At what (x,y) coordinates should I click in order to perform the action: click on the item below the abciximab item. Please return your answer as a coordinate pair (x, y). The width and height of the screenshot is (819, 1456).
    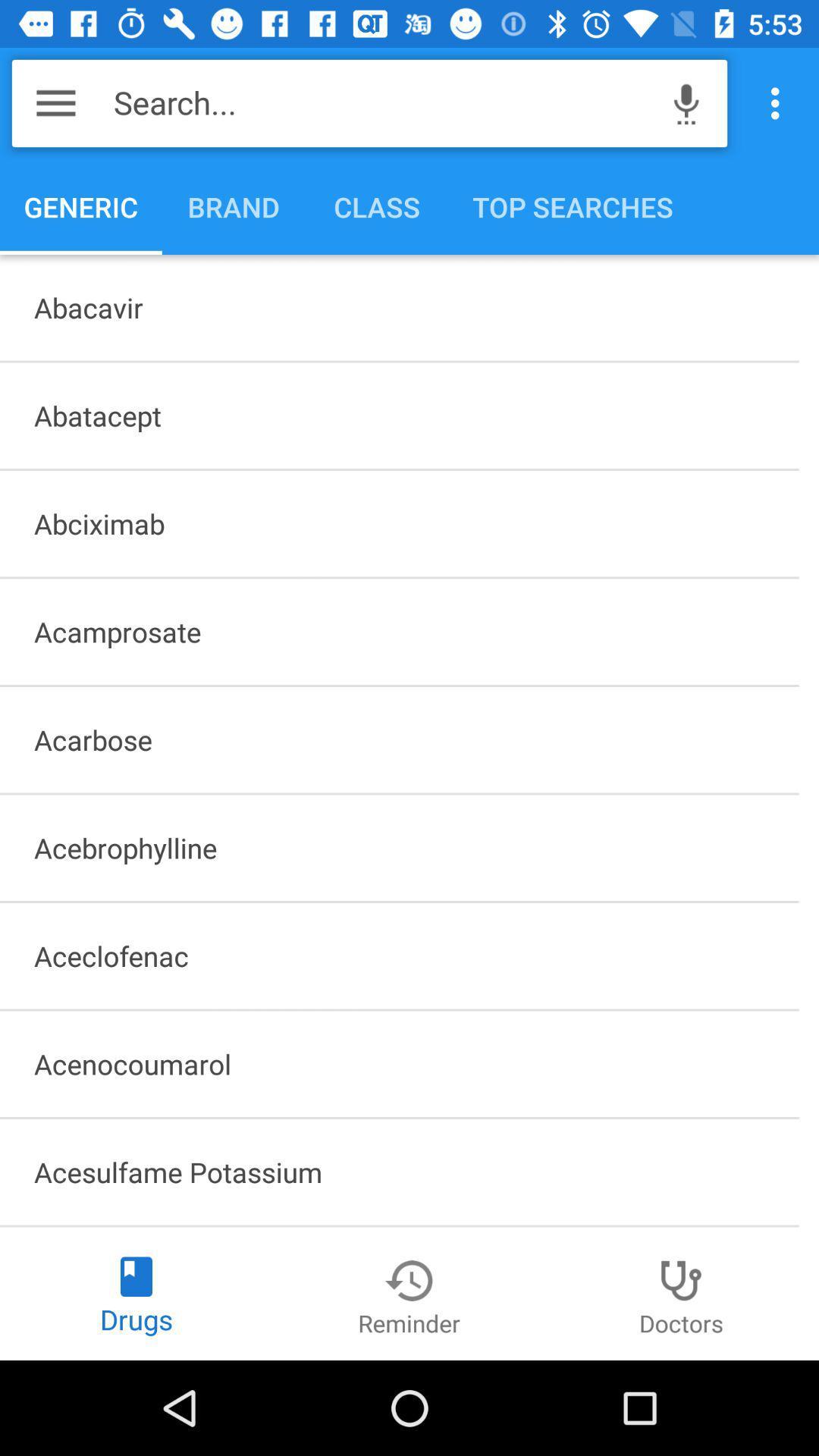
    Looking at the image, I should click on (398, 632).